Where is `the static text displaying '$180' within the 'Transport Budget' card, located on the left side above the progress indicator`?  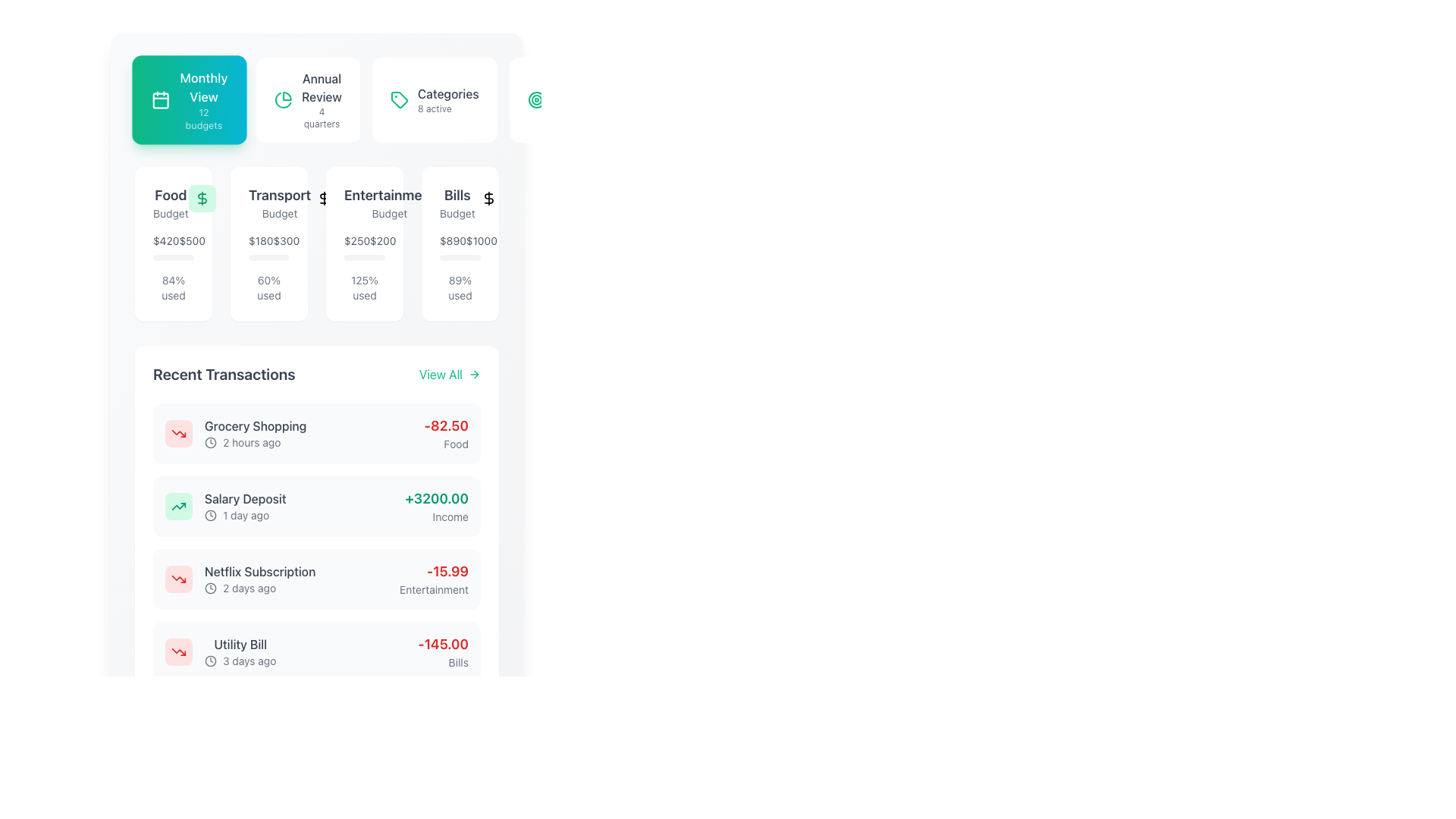 the static text displaying '$180' within the 'Transport Budget' card, located on the left side above the progress indicator is located at coordinates (261, 240).